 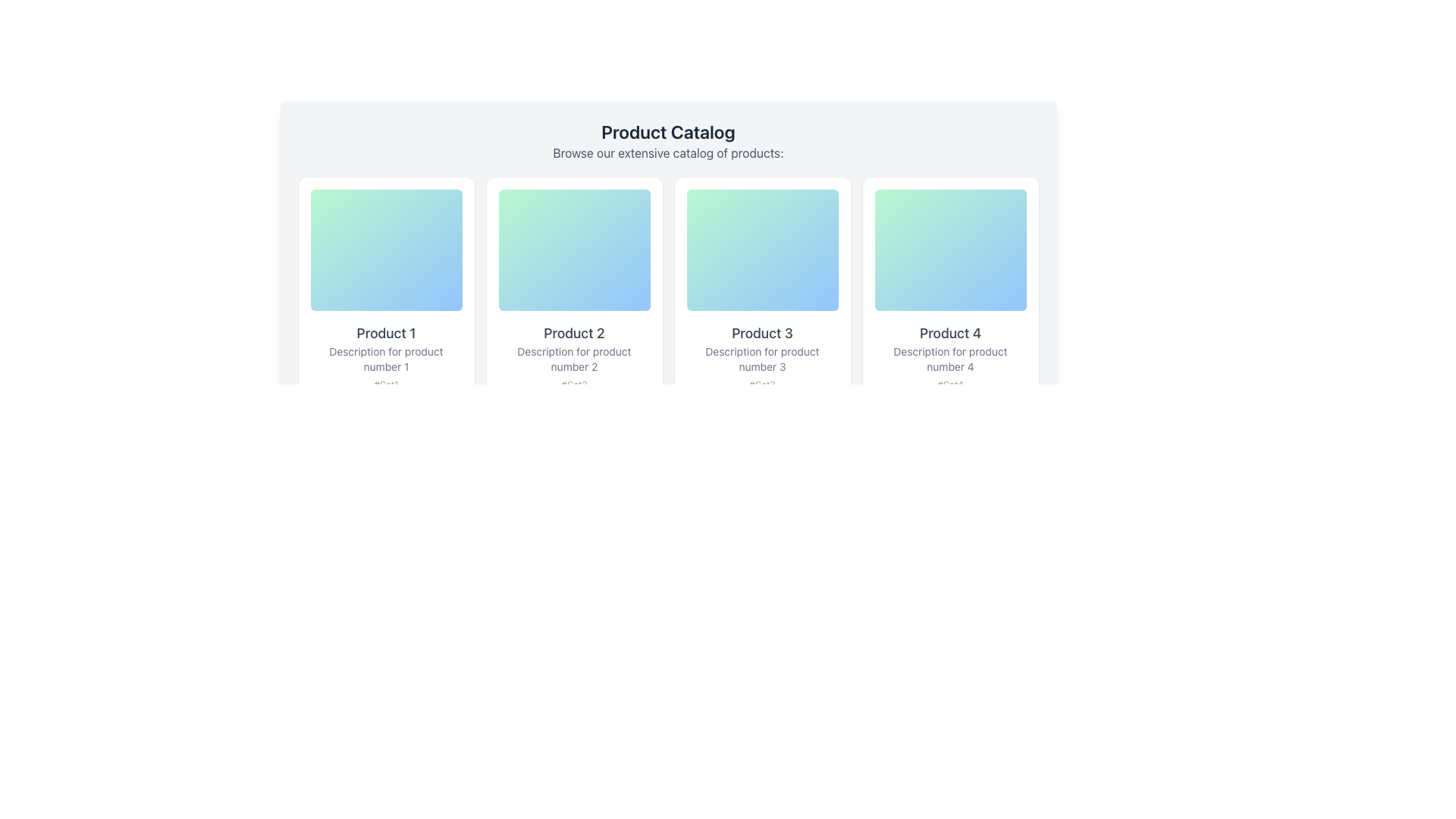 I want to click on the textual description that reads 'Description for product number 3', which is positioned below the heading 'Product 3' within the product card layout, so click(x=762, y=359).